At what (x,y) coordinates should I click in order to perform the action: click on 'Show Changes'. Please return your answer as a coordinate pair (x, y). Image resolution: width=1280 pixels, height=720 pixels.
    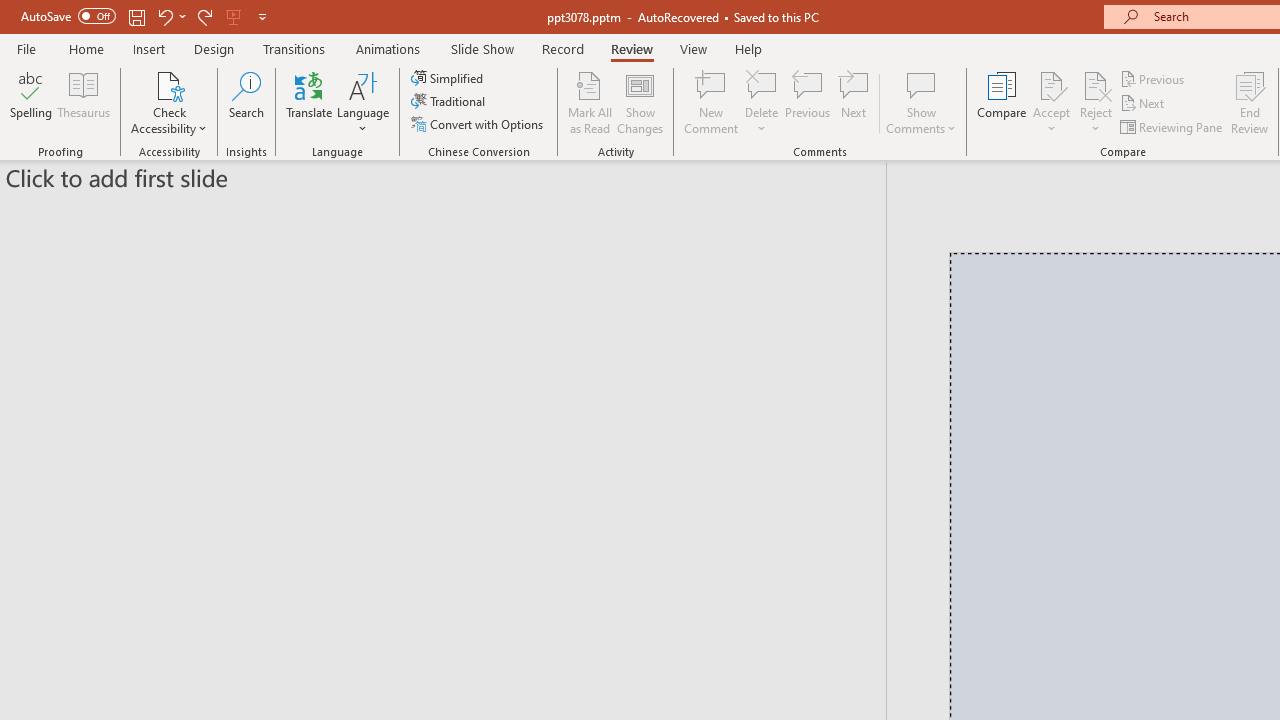
    Looking at the image, I should click on (640, 103).